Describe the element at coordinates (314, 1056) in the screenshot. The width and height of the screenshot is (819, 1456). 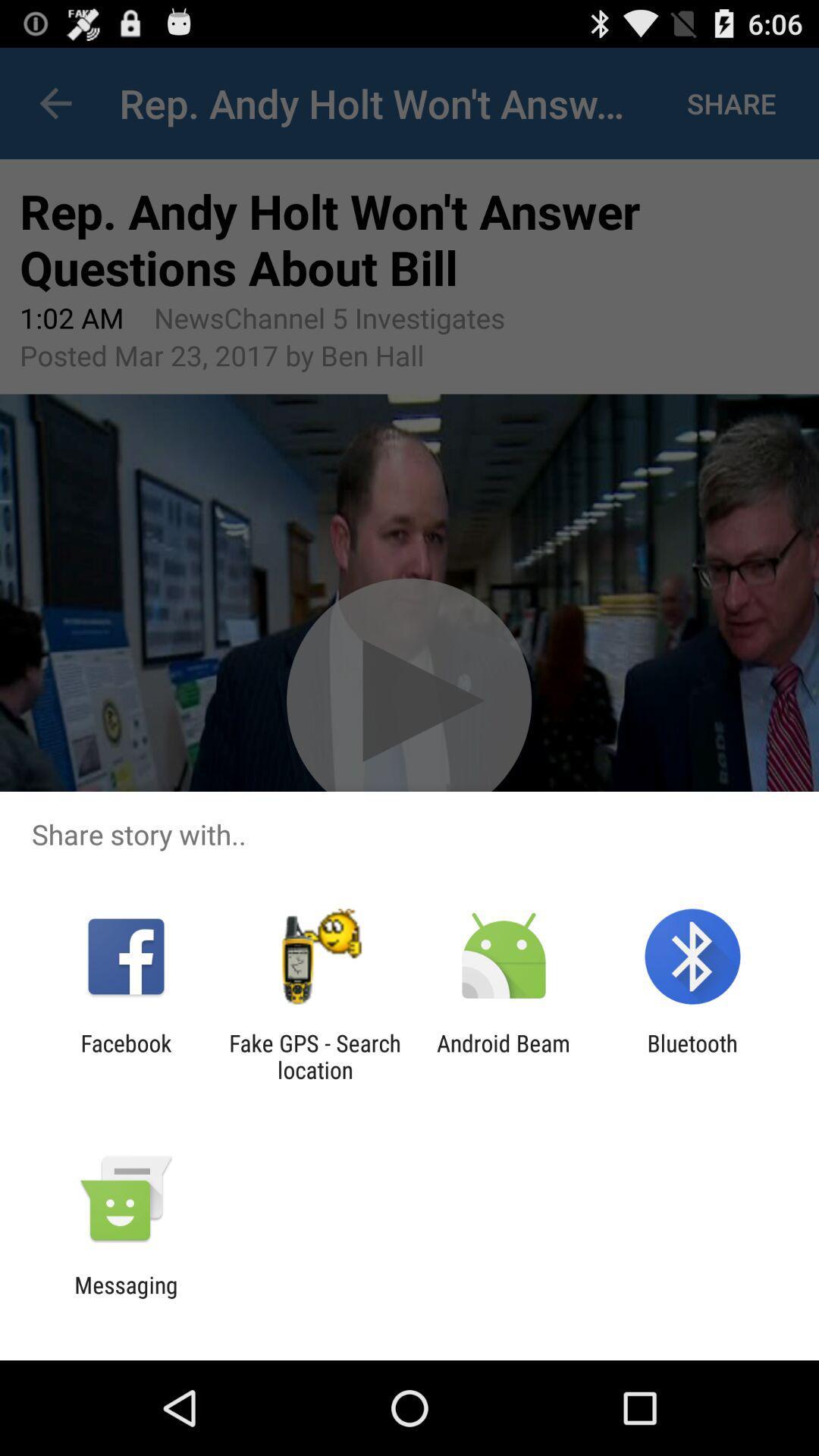
I see `the item to the left of the android beam` at that location.